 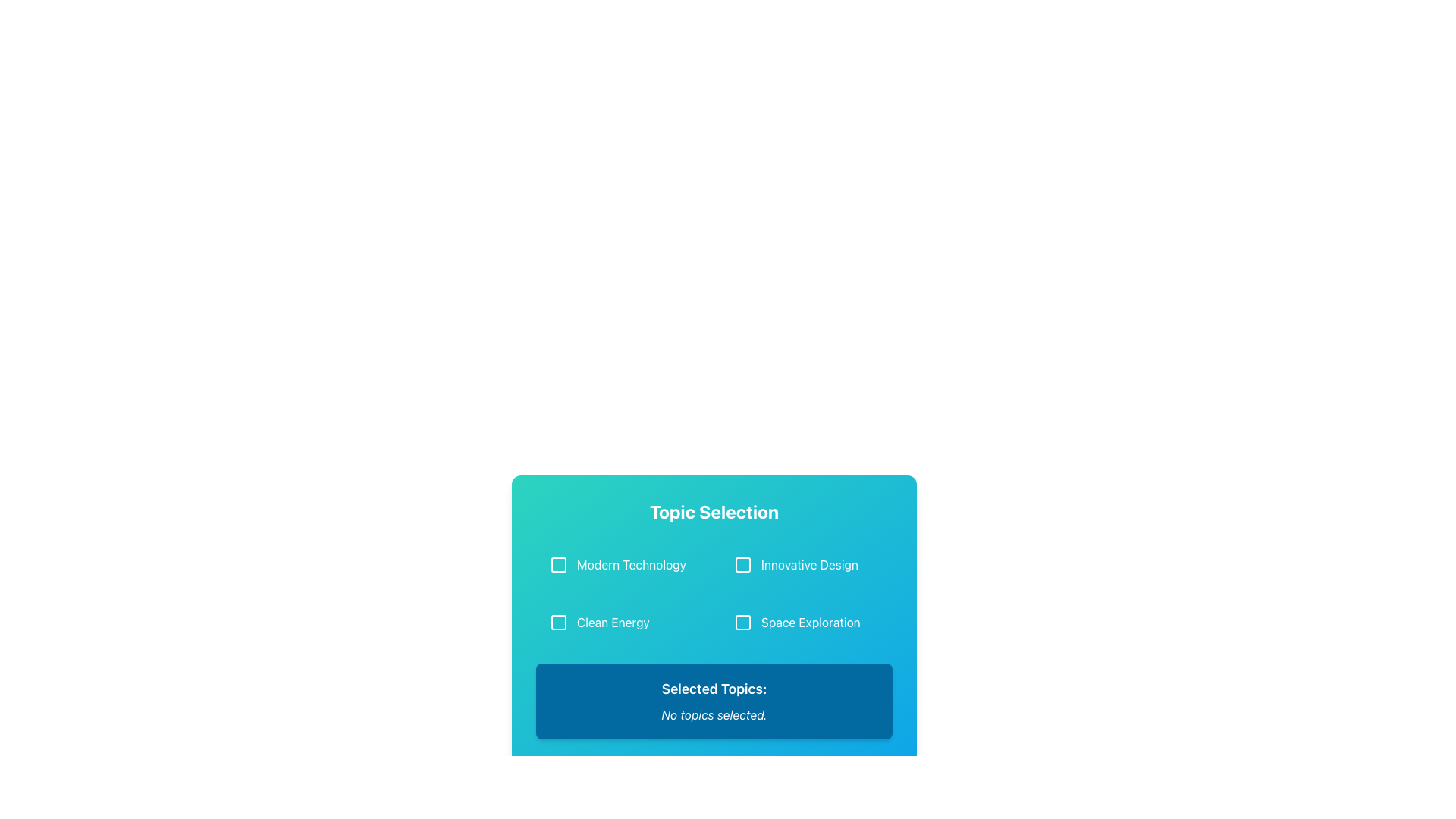 I want to click on the checkbox associated with the 'Modern Technology' label, so click(x=558, y=564).